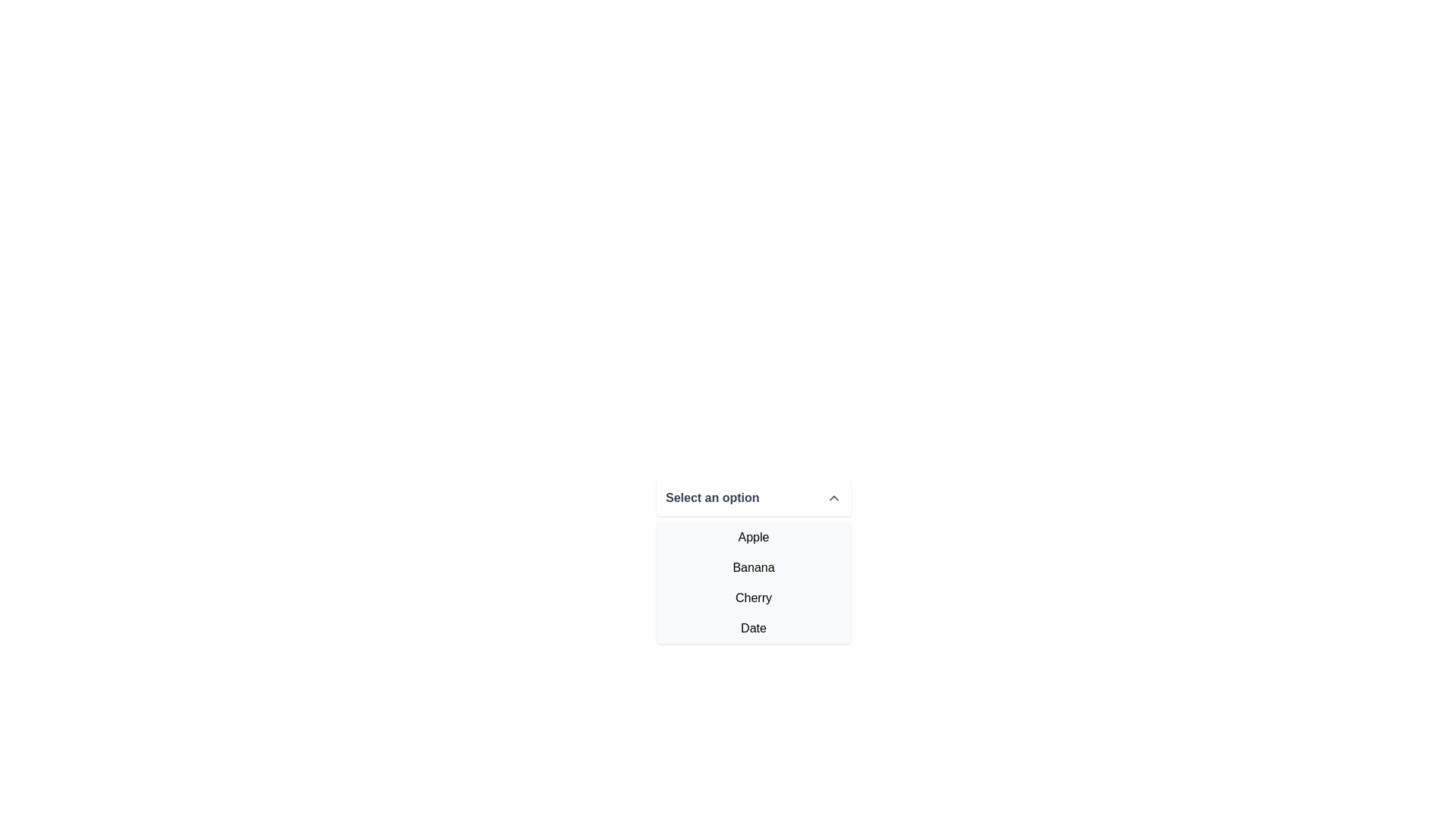 The width and height of the screenshot is (1456, 819). I want to click on the selectable list item displaying the word 'Banana', so click(753, 567).